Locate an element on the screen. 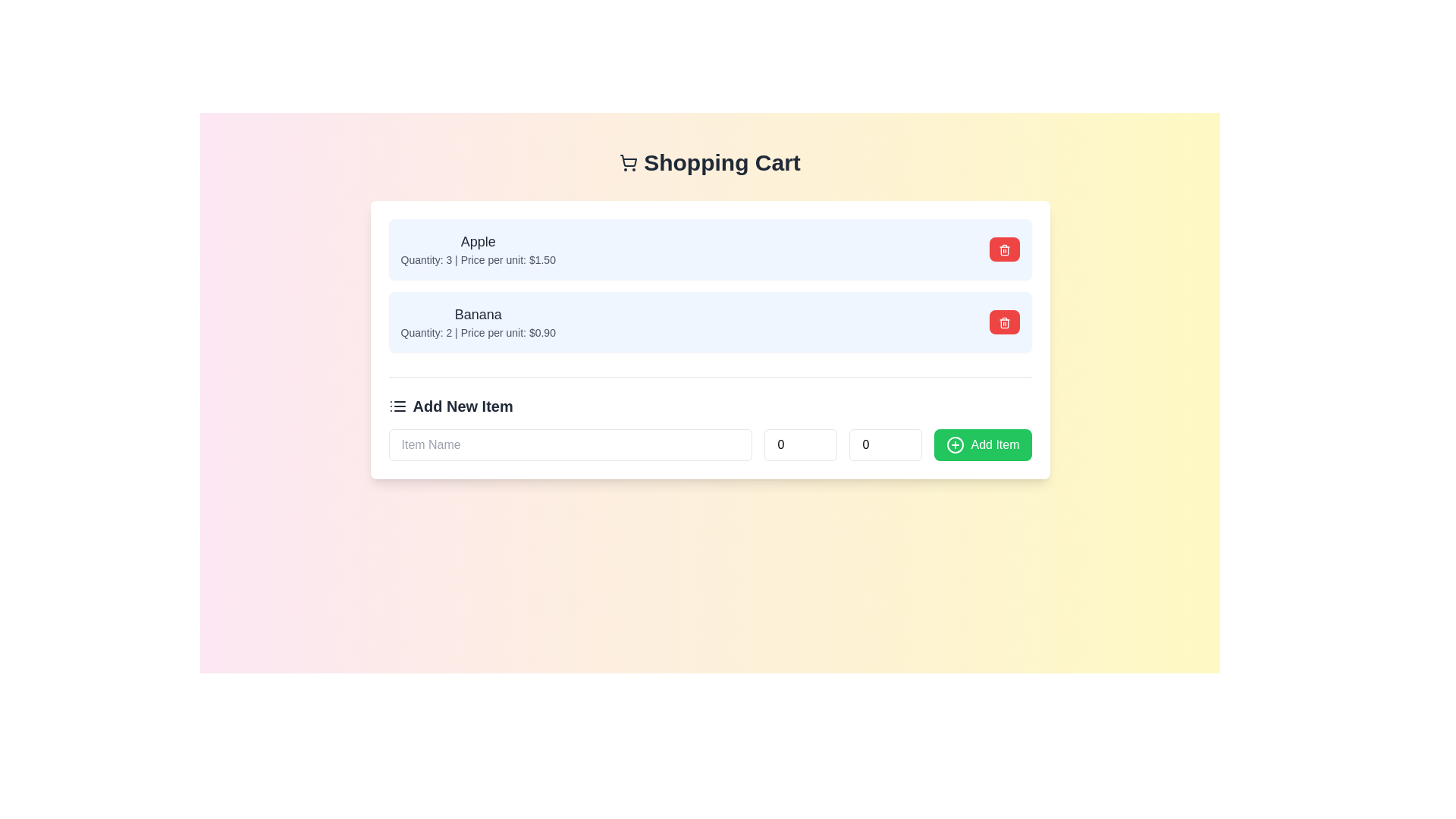 This screenshot has width=1456, height=819. the circular icon for the 'Add Item' button located in the bottom-right region of the shopping cart interface, under the 'Add New Item' section is located at coordinates (955, 444).